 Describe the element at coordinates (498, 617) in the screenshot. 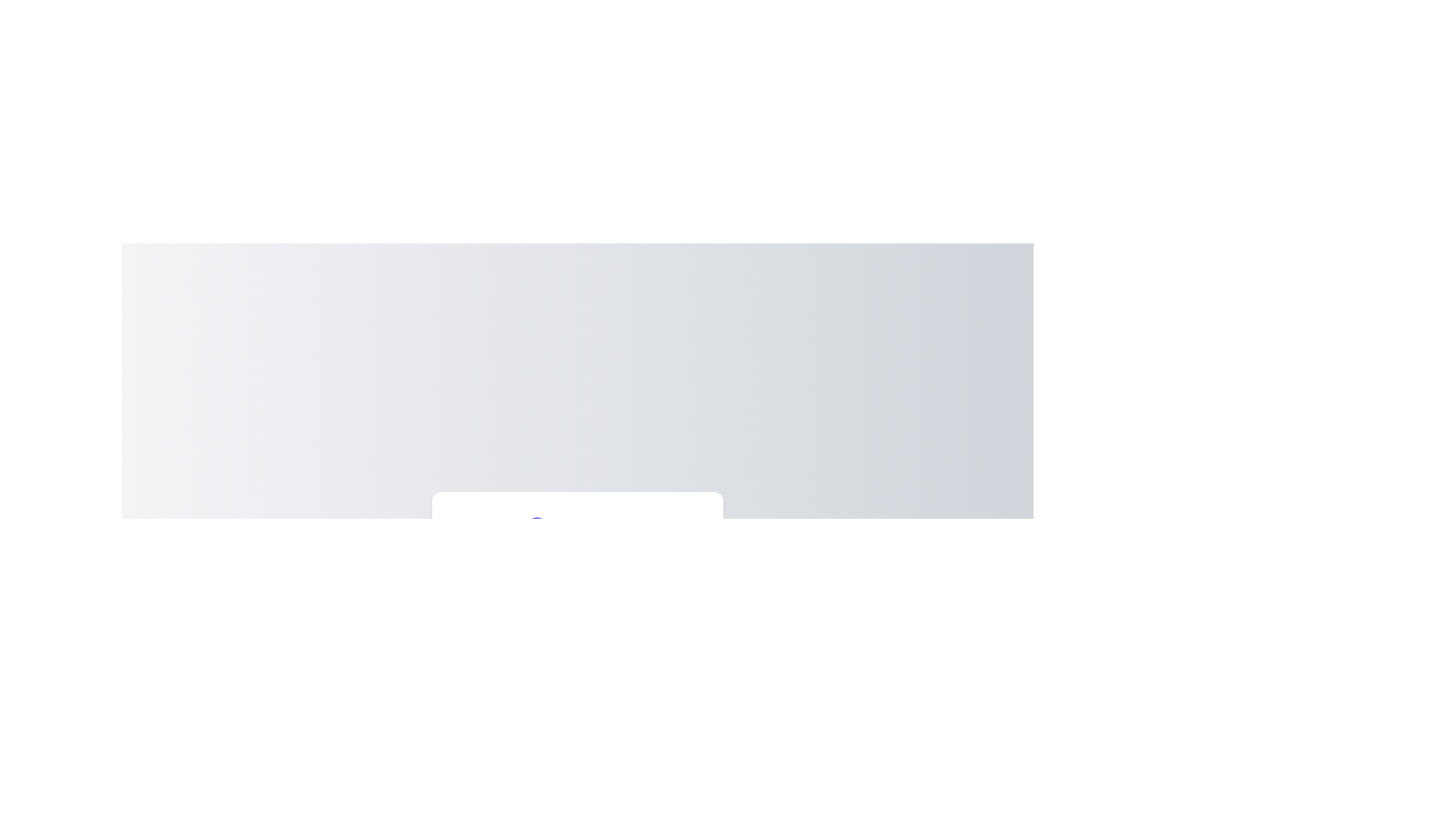

I see `the slider to set the color intensity to 12` at that location.